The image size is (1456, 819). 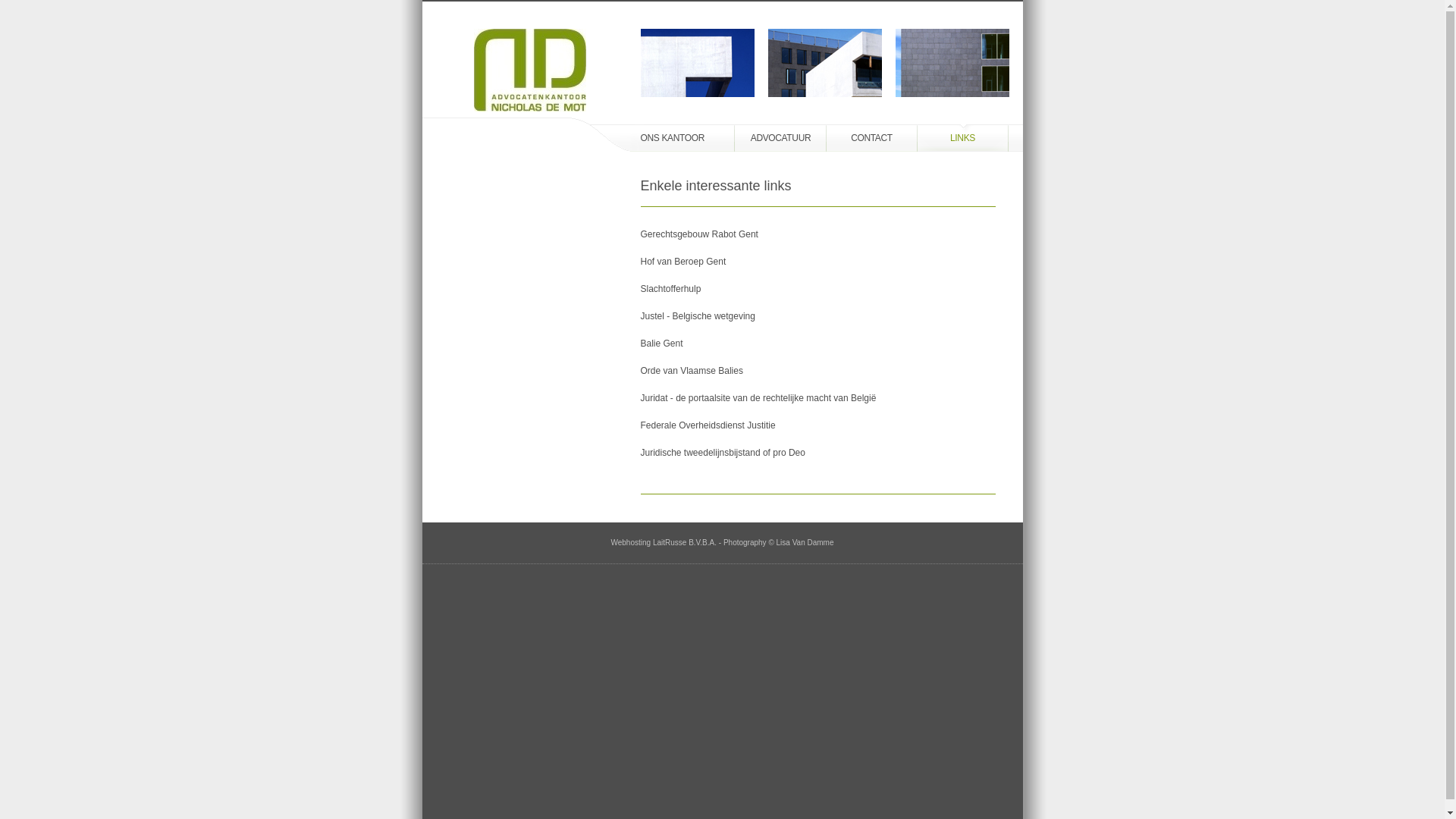 What do you see at coordinates (962, 137) in the screenshot?
I see `'LINKS'` at bounding box center [962, 137].